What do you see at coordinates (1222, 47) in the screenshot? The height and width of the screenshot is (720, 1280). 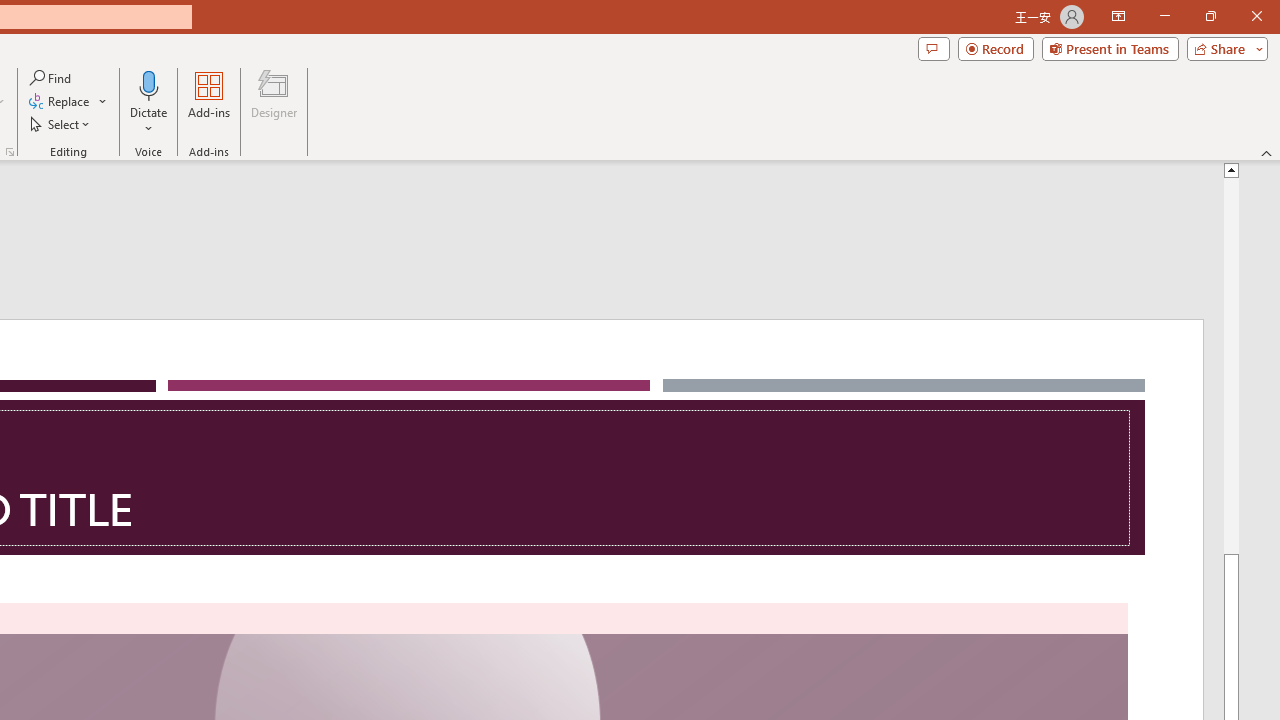 I see `'Share'` at bounding box center [1222, 47].